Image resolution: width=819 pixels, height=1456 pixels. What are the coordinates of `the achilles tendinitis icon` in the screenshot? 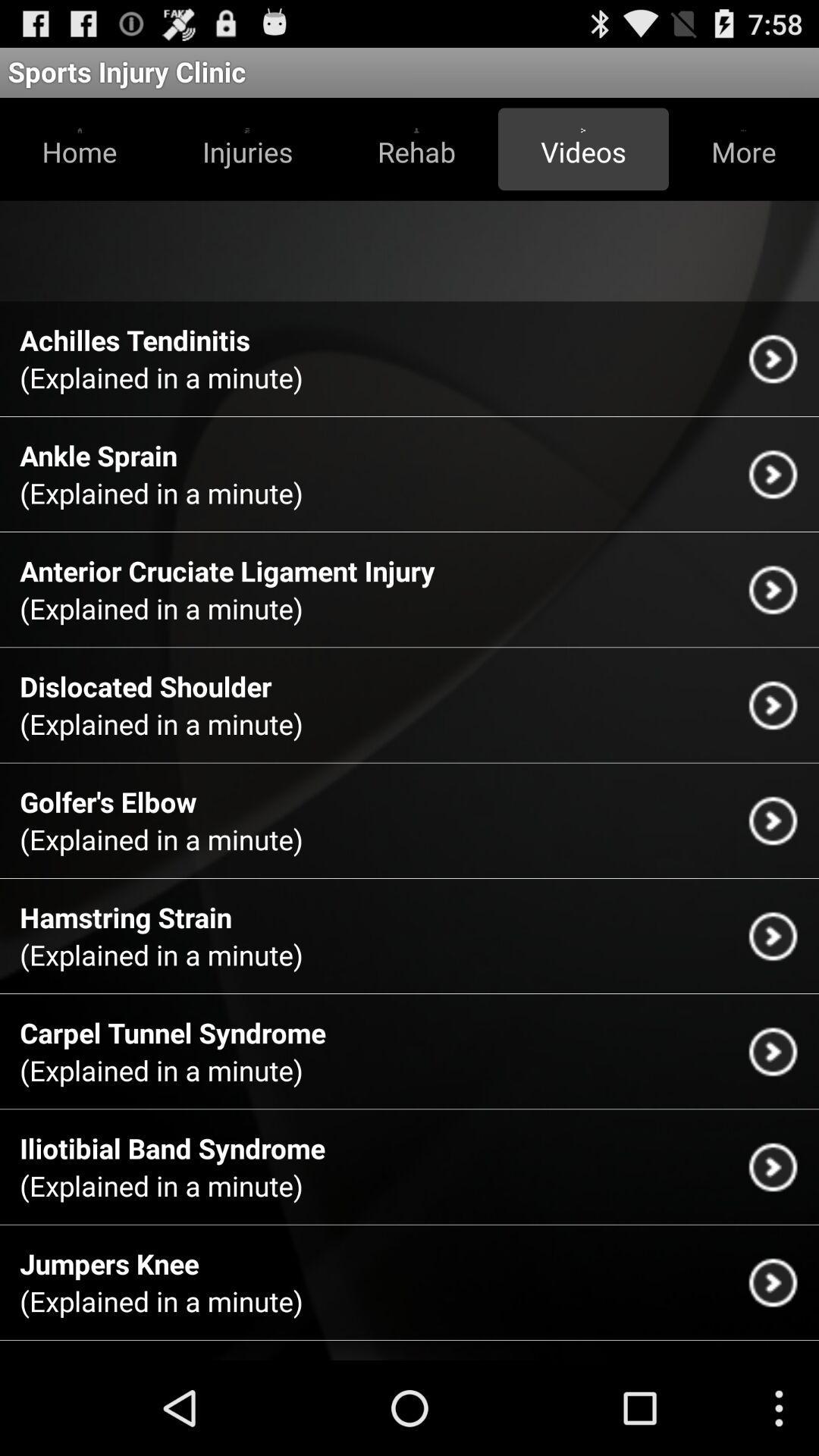 It's located at (134, 339).